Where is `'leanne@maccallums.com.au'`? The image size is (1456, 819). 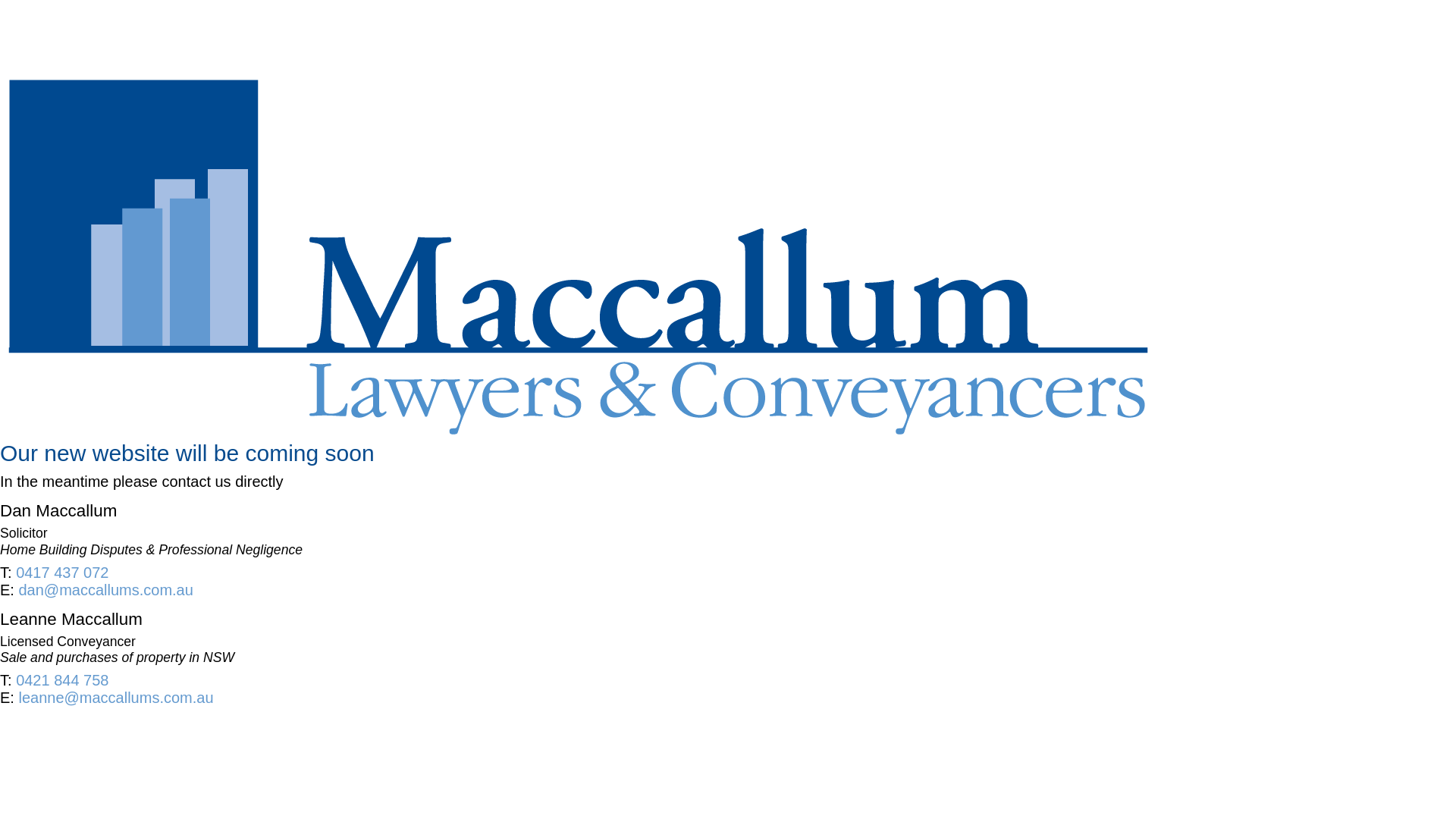
'leanne@maccallums.com.au' is located at coordinates (115, 698).